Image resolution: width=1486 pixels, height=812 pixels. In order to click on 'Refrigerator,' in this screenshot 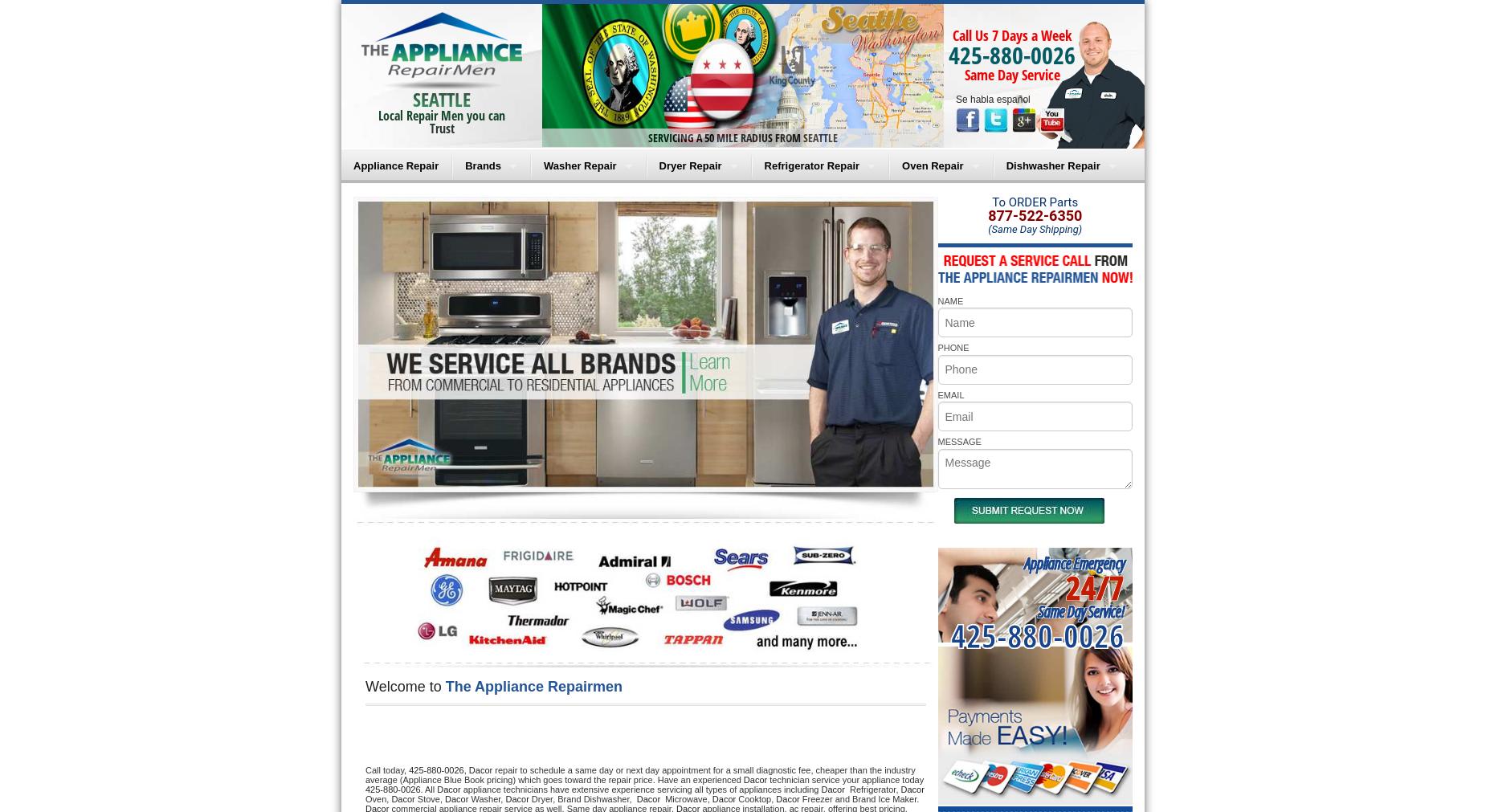, I will do `click(872, 788)`.